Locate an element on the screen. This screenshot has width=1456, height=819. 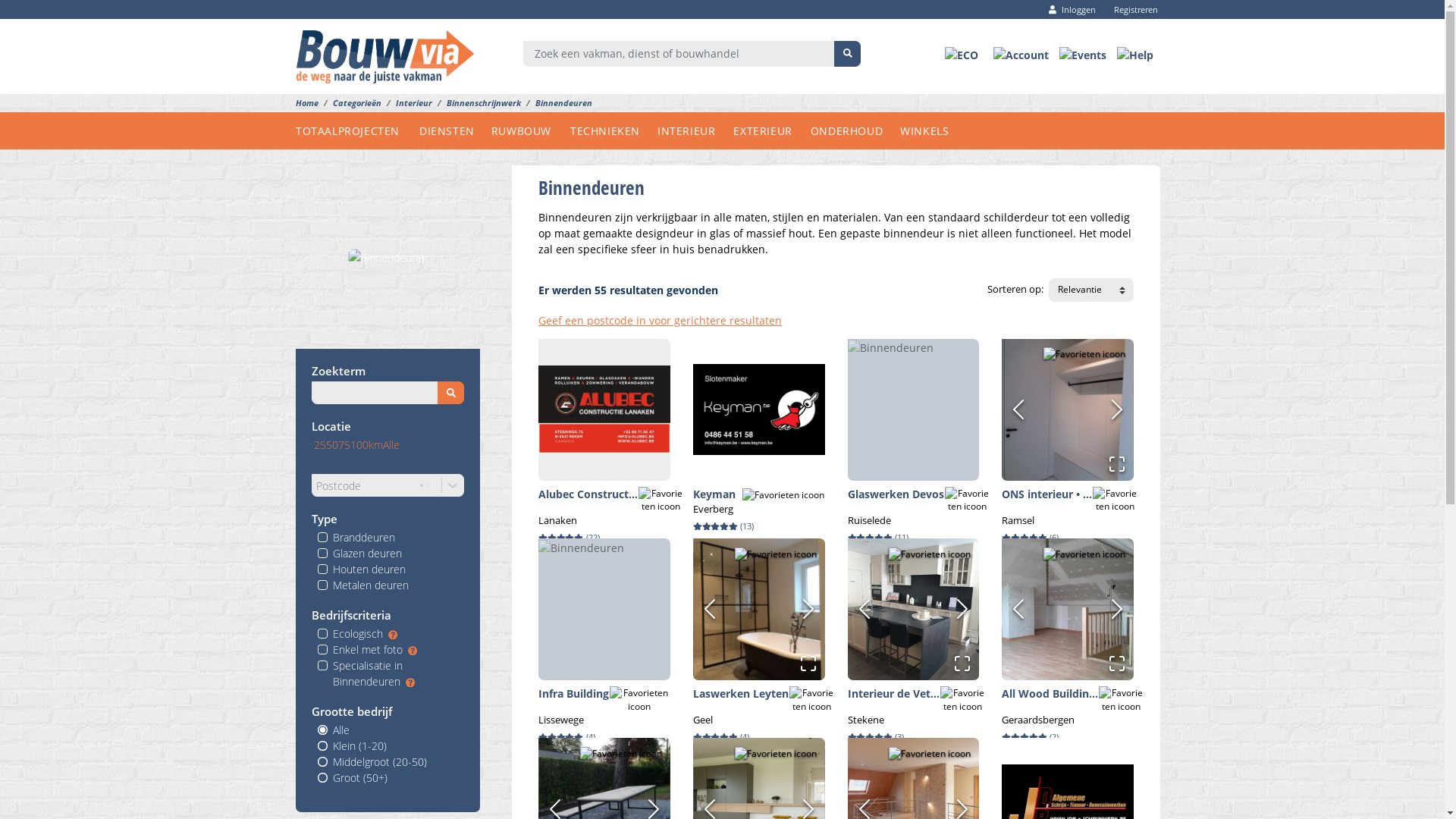
'INTERIEUR' is located at coordinates (694, 130).